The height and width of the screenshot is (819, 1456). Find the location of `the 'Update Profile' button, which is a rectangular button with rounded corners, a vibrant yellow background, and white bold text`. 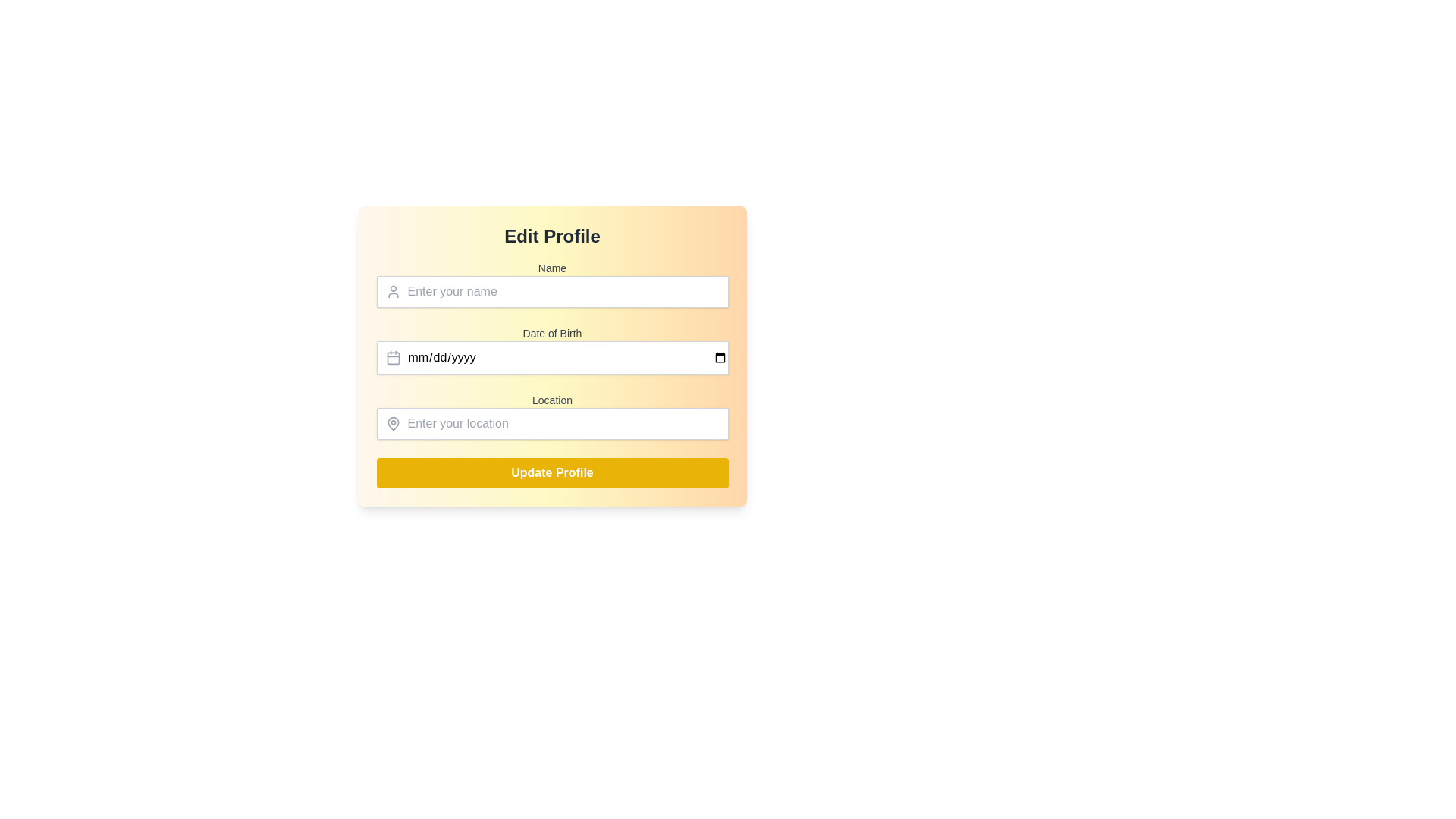

the 'Update Profile' button, which is a rectangular button with rounded corners, a vibrant yellow background, and white bold text is located at coordinates (551, 472).